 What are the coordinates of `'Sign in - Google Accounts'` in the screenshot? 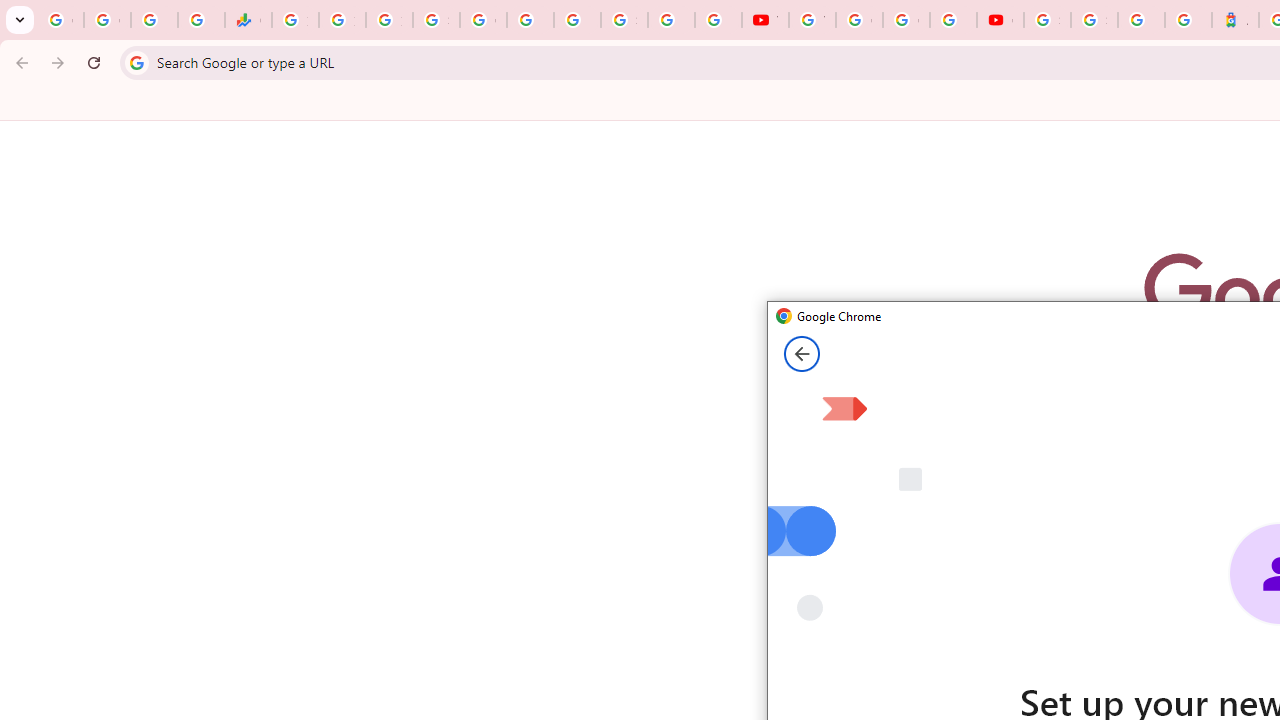 It's located at (1093, 20).